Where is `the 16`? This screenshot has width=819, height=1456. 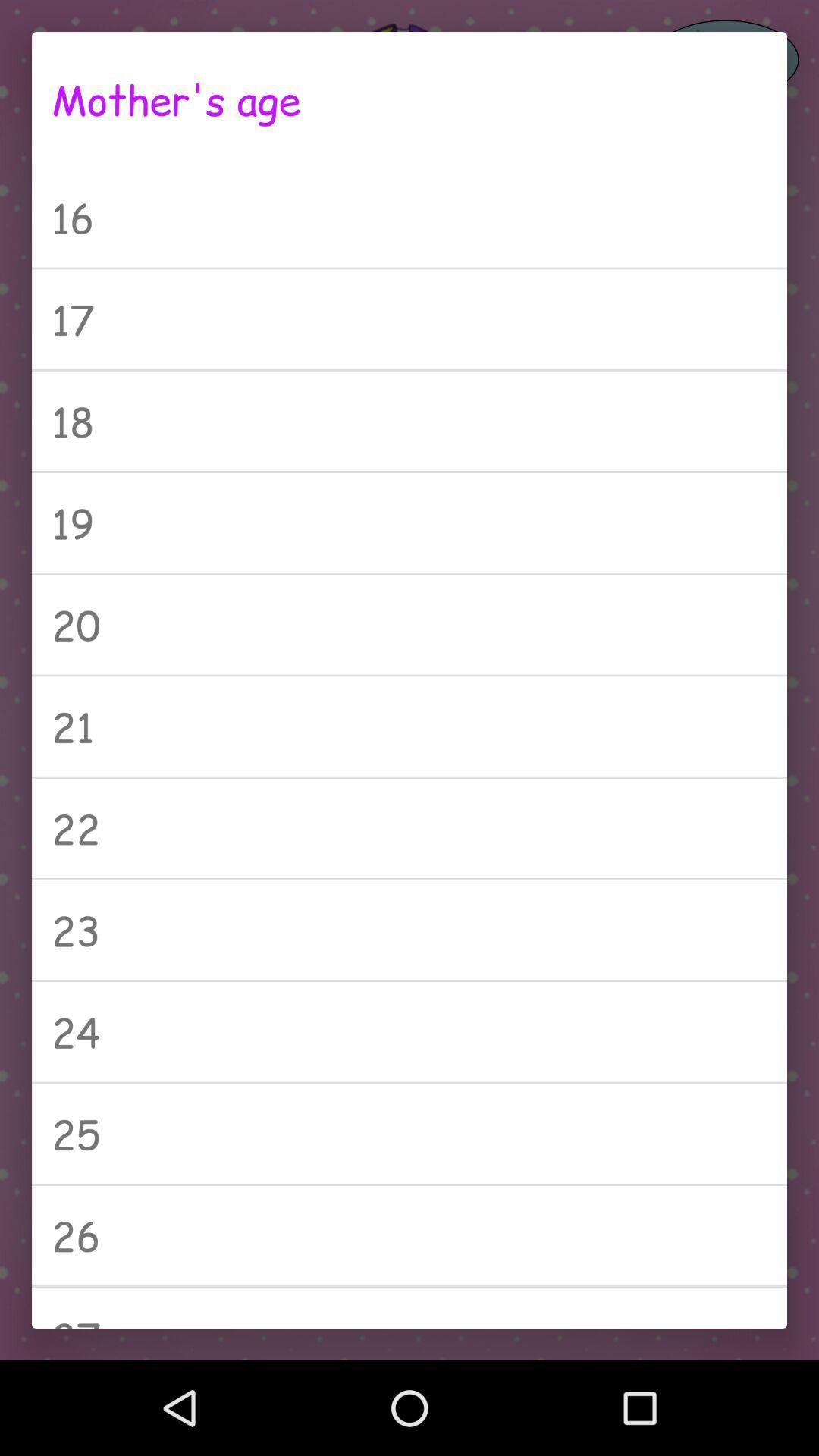
the 16 is located at coordinates (409, 216).